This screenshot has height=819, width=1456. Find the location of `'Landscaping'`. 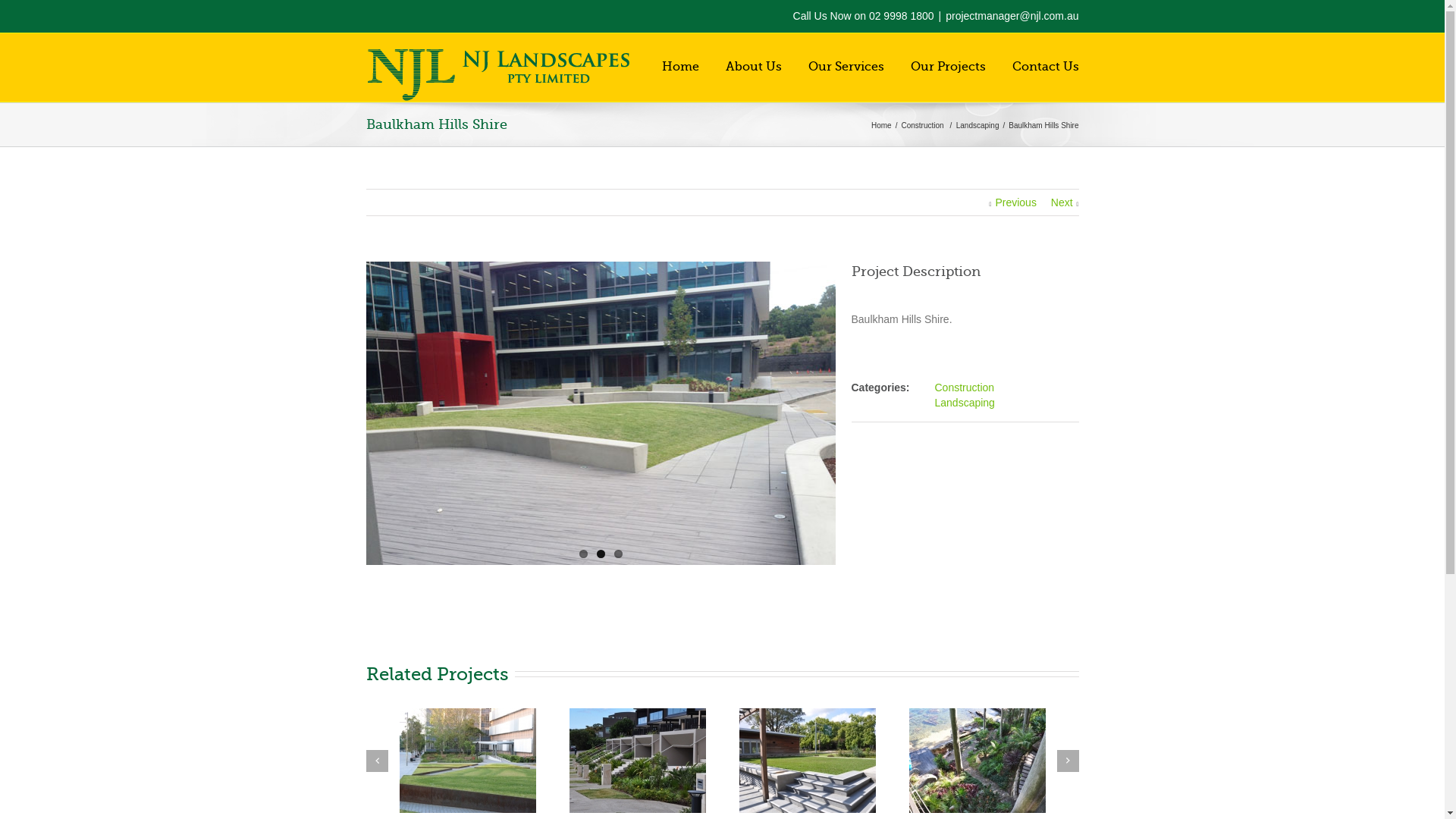

'Landscaping' is located at coordinates (963, 402).